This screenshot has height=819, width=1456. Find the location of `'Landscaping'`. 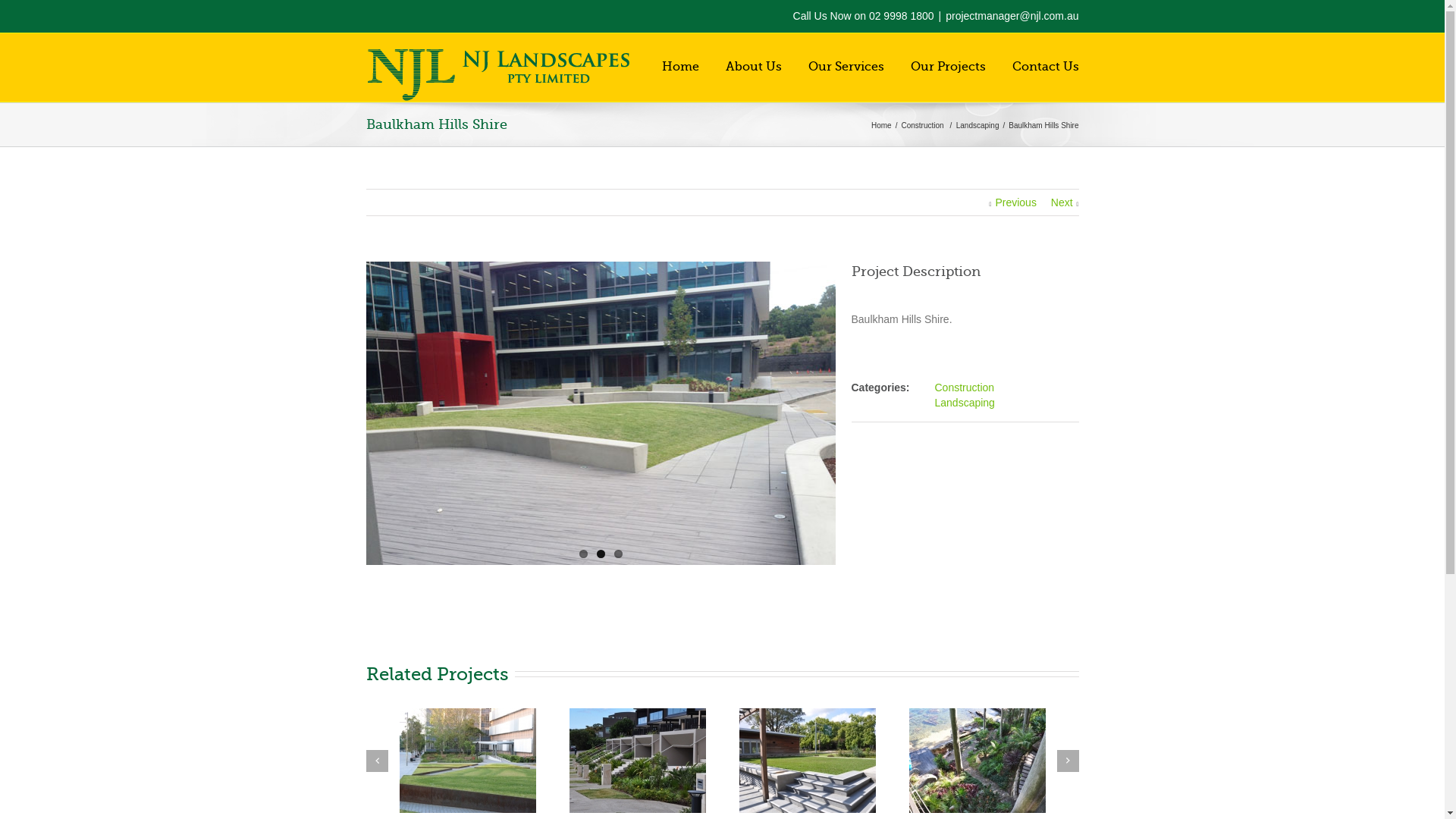

'Landscaping' is located at coordinates (963, 402).